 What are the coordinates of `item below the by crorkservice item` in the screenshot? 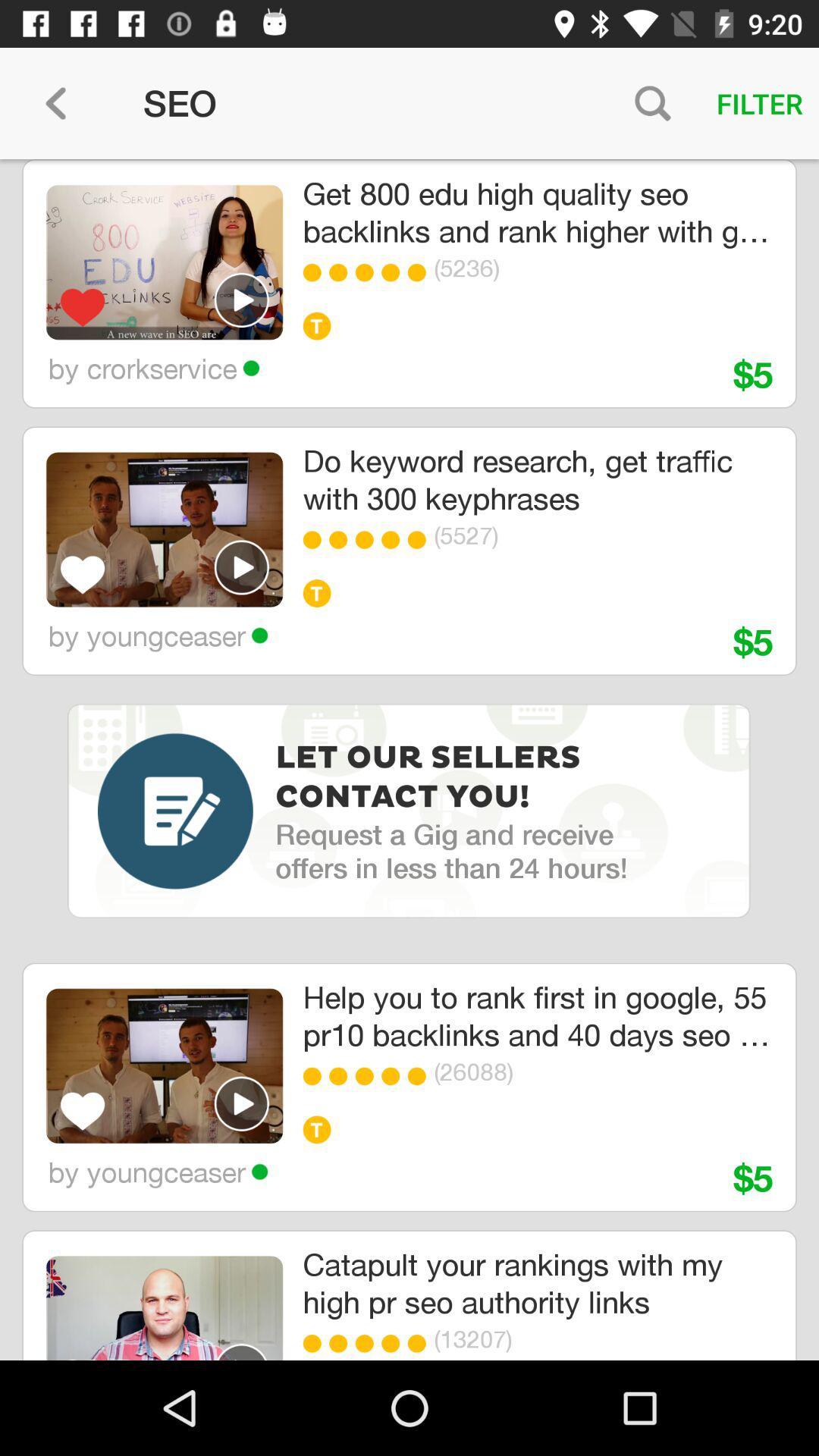 It's located at (165, 529).